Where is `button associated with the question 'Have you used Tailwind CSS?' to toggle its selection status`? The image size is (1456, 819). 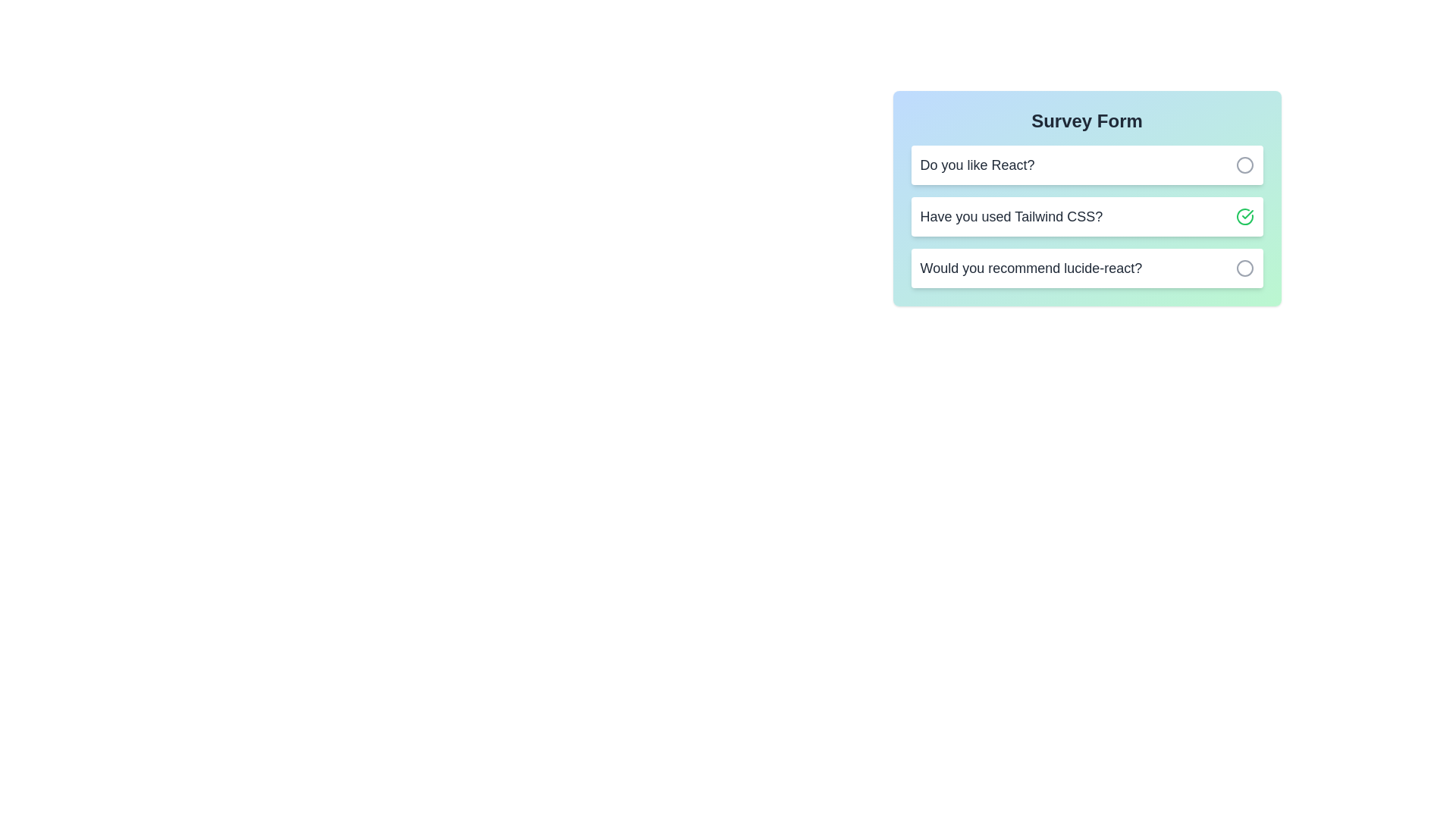 button associated with the question 'Have you used Tailwind CSS?' to toggle its selection status is located at coordinates (1244, 216).